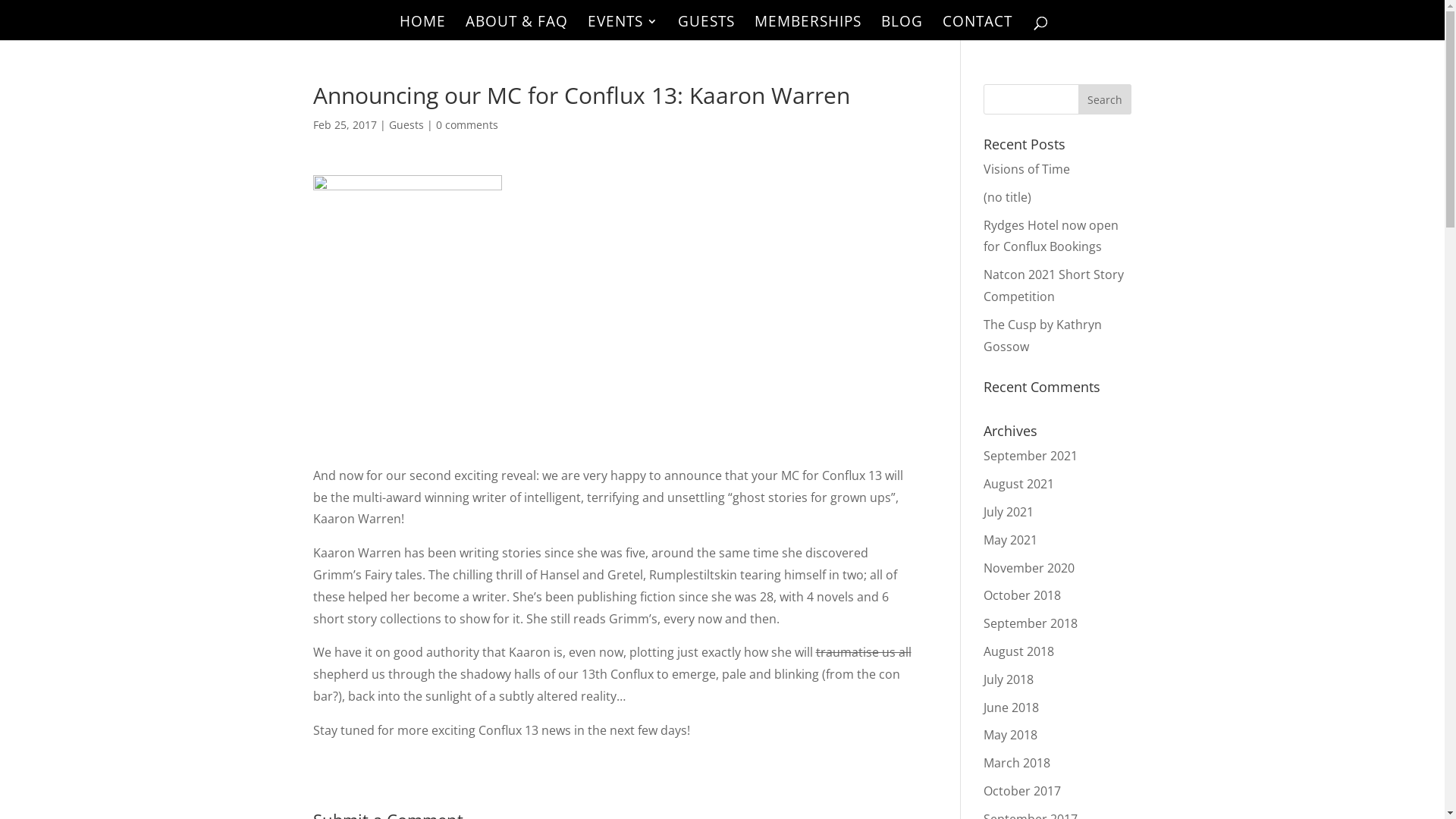 This screenshot has height=819, width=1456. Describe the element at coordinates (1018, 651) in the screenshot. I see `'August 2018'` at that location.